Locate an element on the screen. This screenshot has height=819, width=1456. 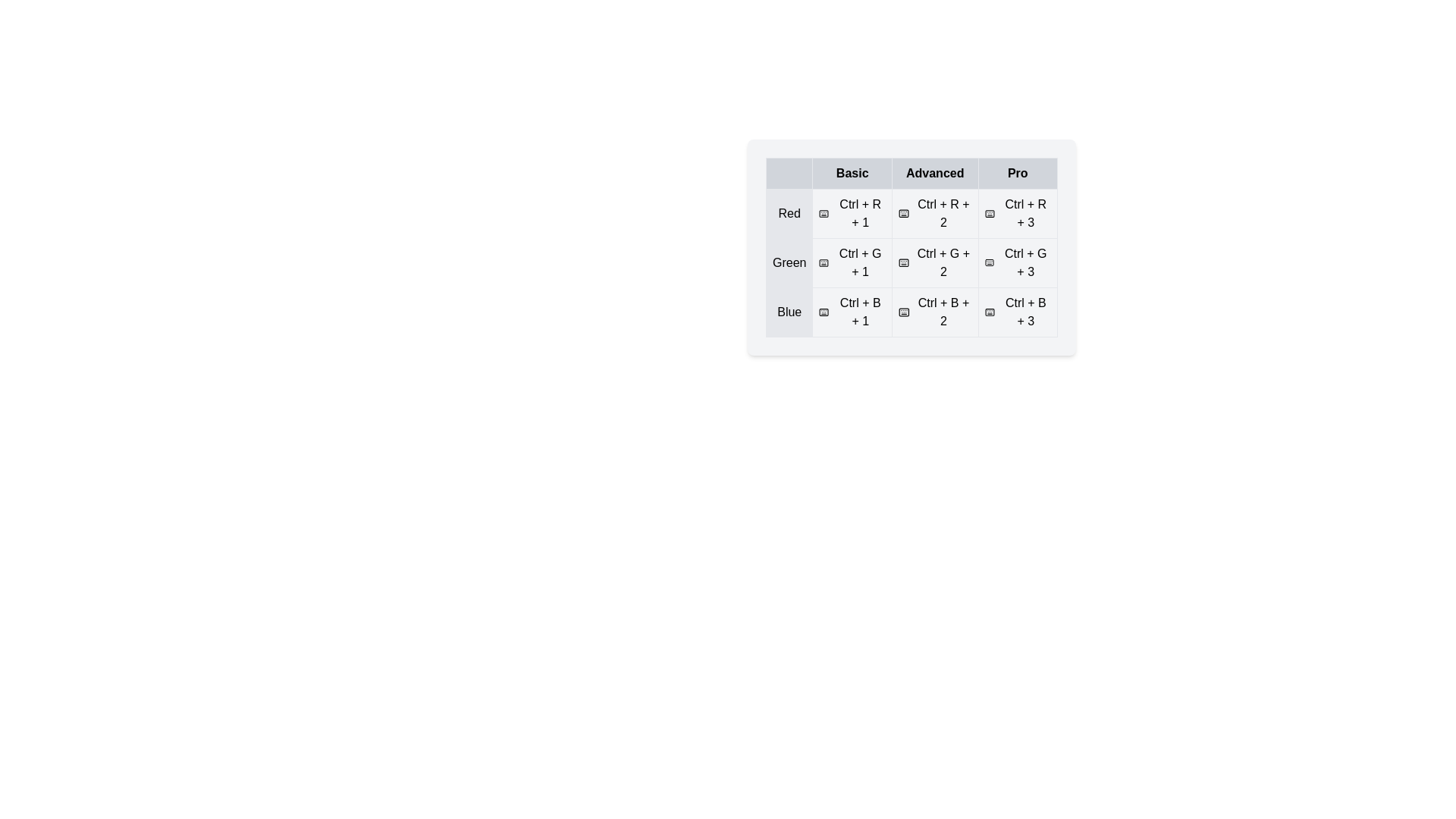
the Static content label displaying 'Ctrl + R + 1' with a keyboard icon, located in the first row labeled 'Red' and the first column labeled 'Basic' is located at coordinates (852, 213).